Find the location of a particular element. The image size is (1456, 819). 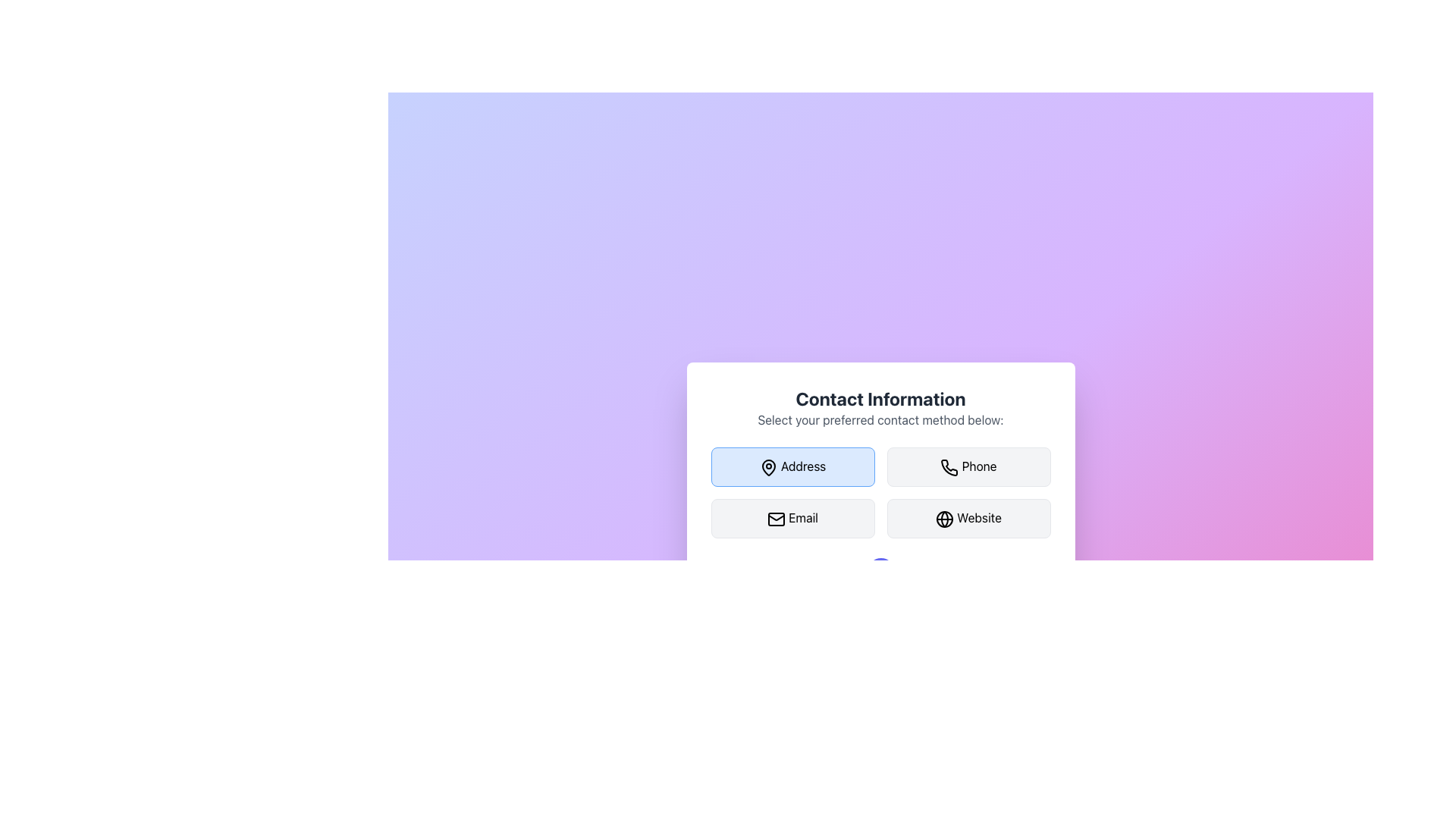

the SVG Circle which is part of the globe icon located inside the 'Website' button at the bottom right of four buttons labeled Address, Phone, Email, and Website is located at coordinates (944, 518).